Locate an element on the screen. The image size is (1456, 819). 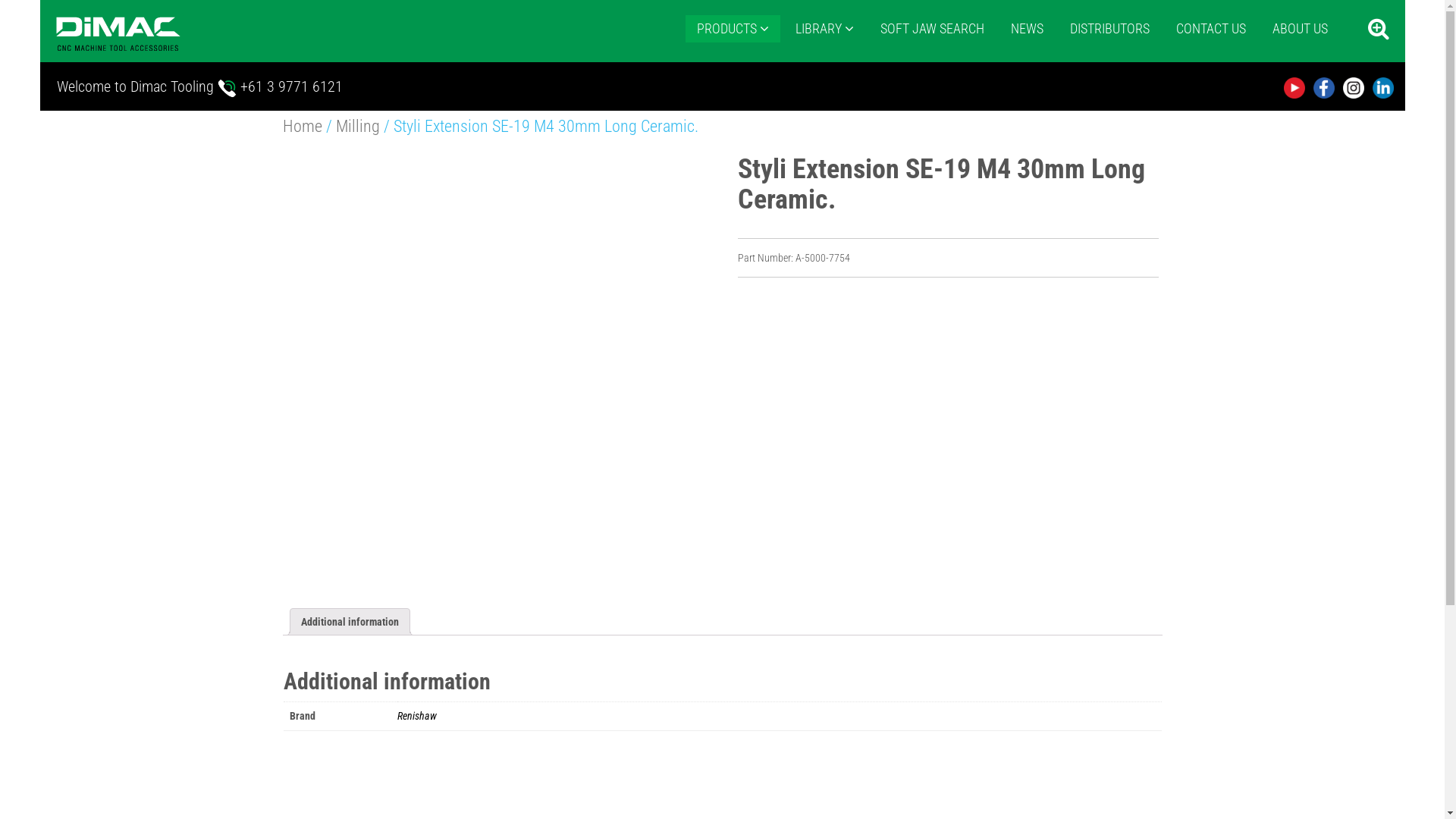
'+61 3 9771 6121' is located at coordinates (290, 86).